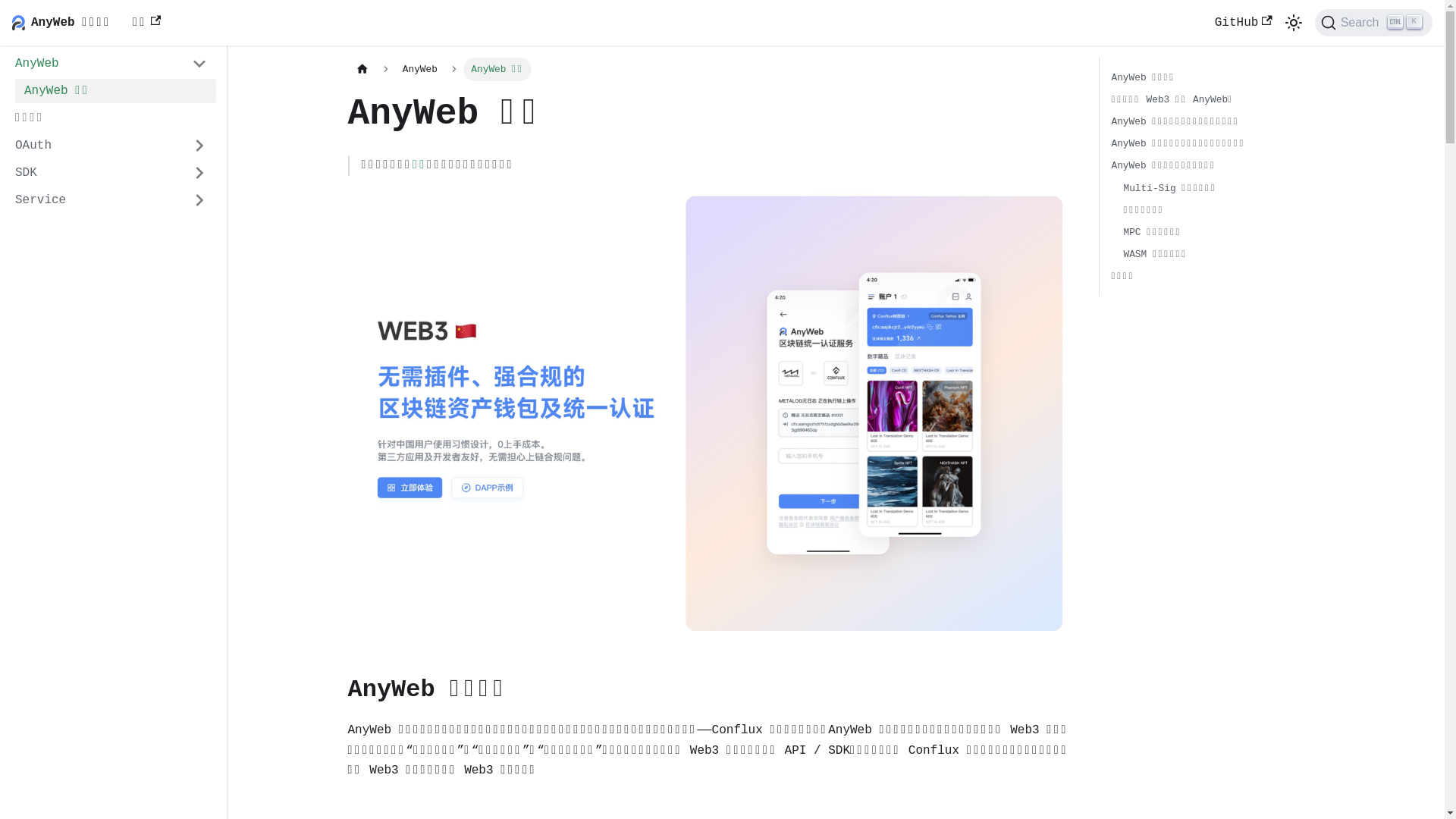 The image size is (1456, 819). What do you see at coordinates (1244, 23) in the screenshot?
I see `'GitHub'` at bounding box center [1244, 23].